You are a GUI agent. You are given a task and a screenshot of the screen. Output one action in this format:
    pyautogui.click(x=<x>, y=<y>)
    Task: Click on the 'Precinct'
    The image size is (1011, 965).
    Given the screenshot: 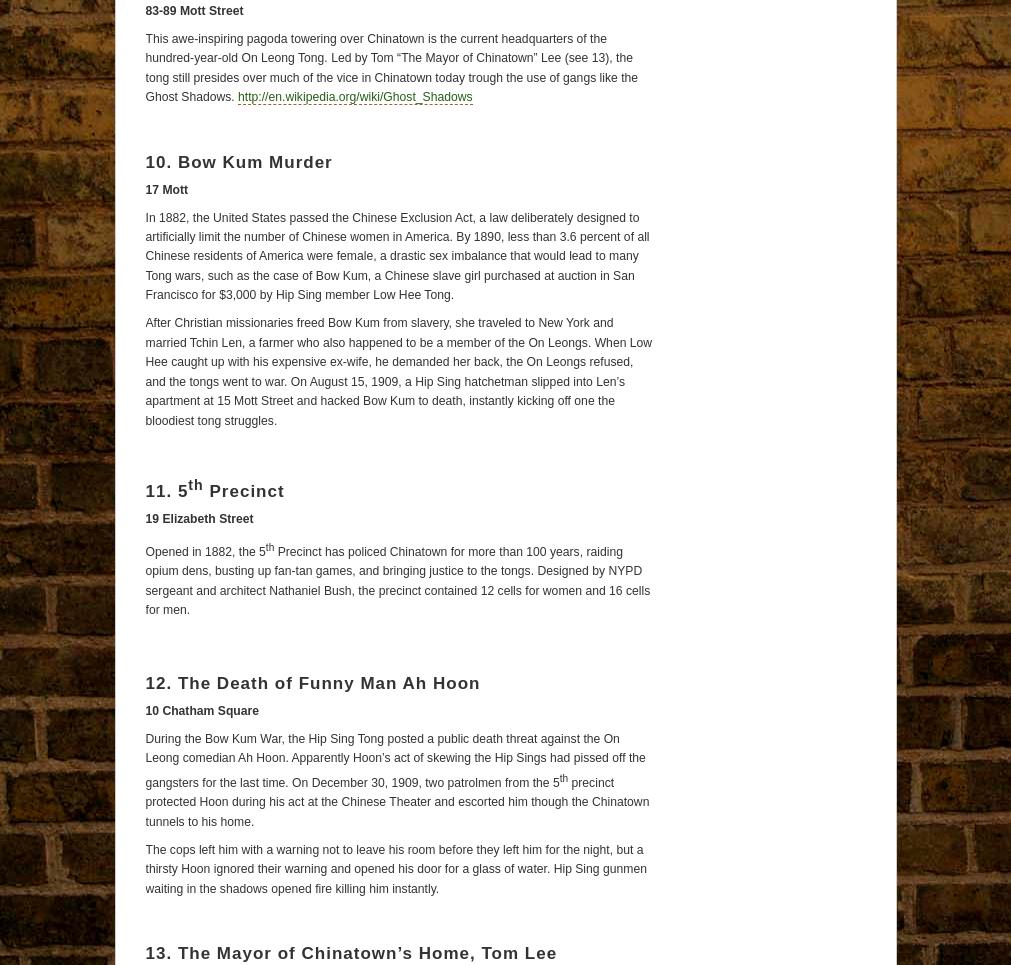 What is the action you would take?
    pyautogui.click(x=243, y=490)
    